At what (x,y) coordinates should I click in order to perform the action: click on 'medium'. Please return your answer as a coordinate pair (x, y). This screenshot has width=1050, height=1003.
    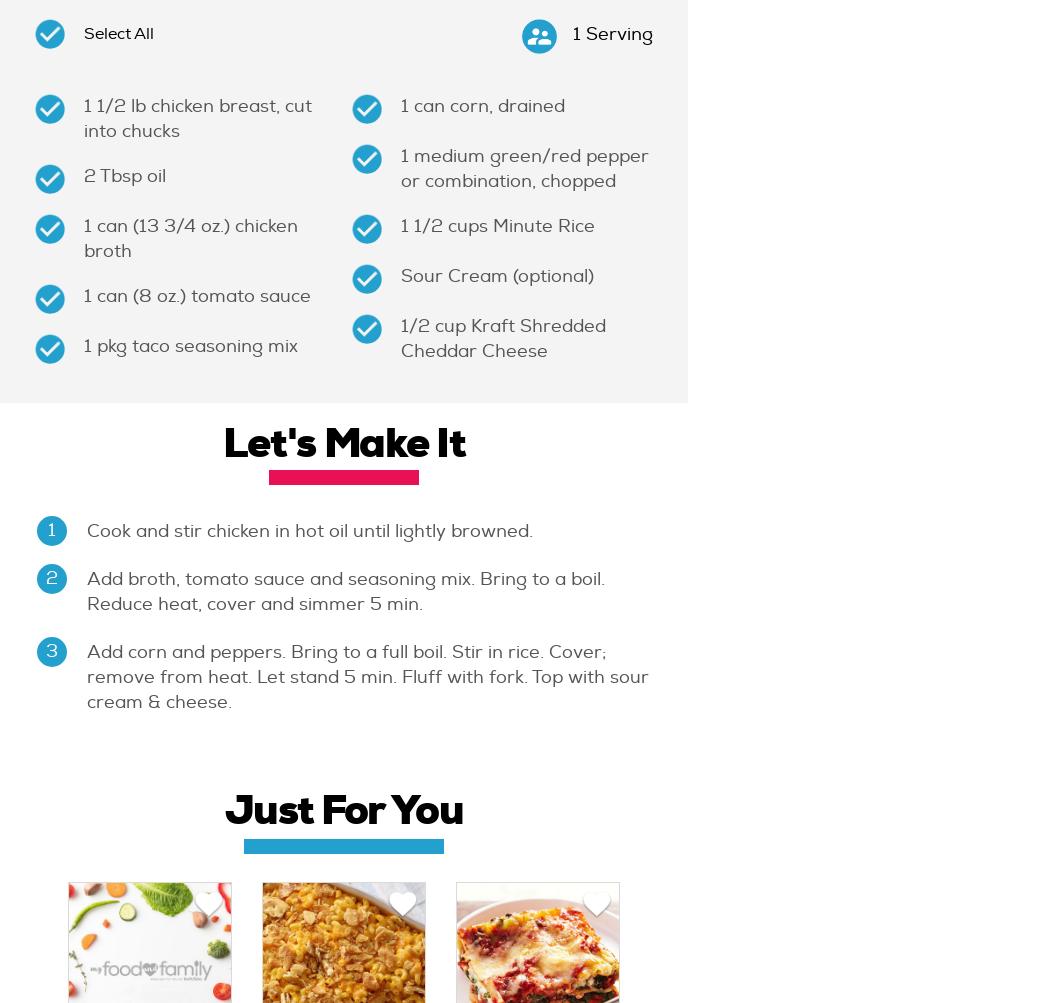
    Looking at the image, I should click on (452, 155).